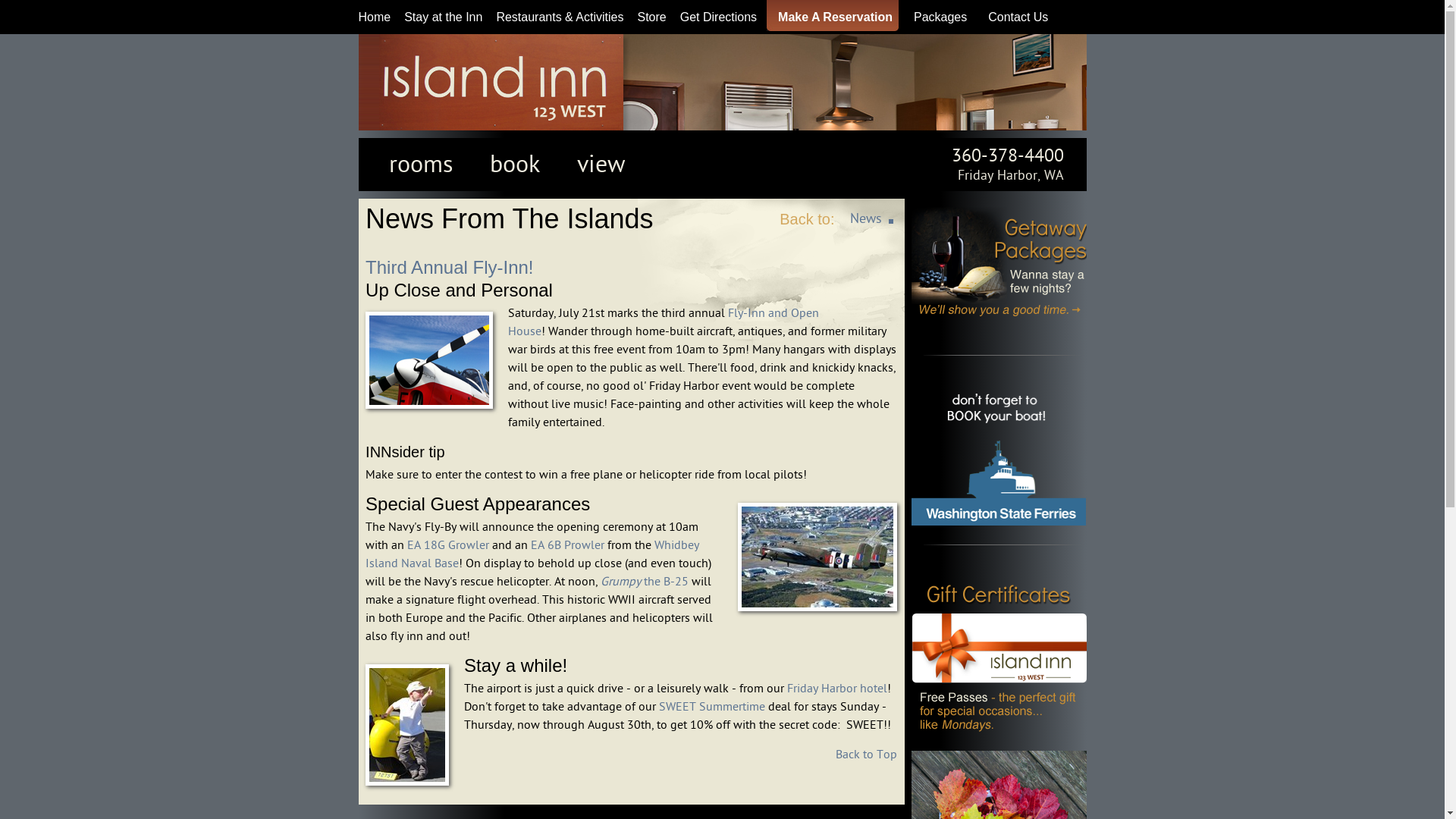 The image size is (1456, 819). I want to click on 'Contact Us', so click(1014, 17).